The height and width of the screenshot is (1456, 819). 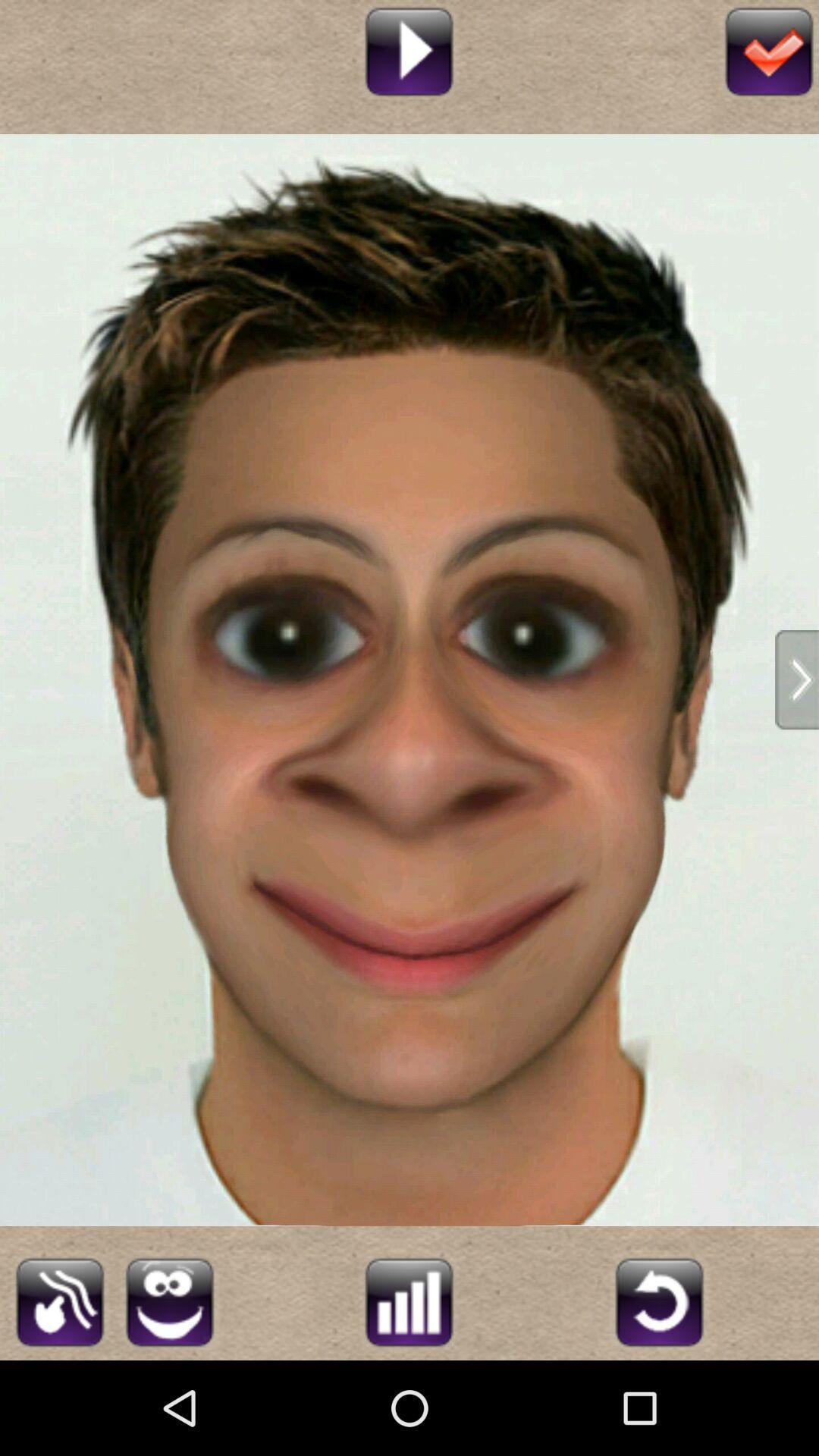 I want to click on graph, so click(x=408, y=1299).